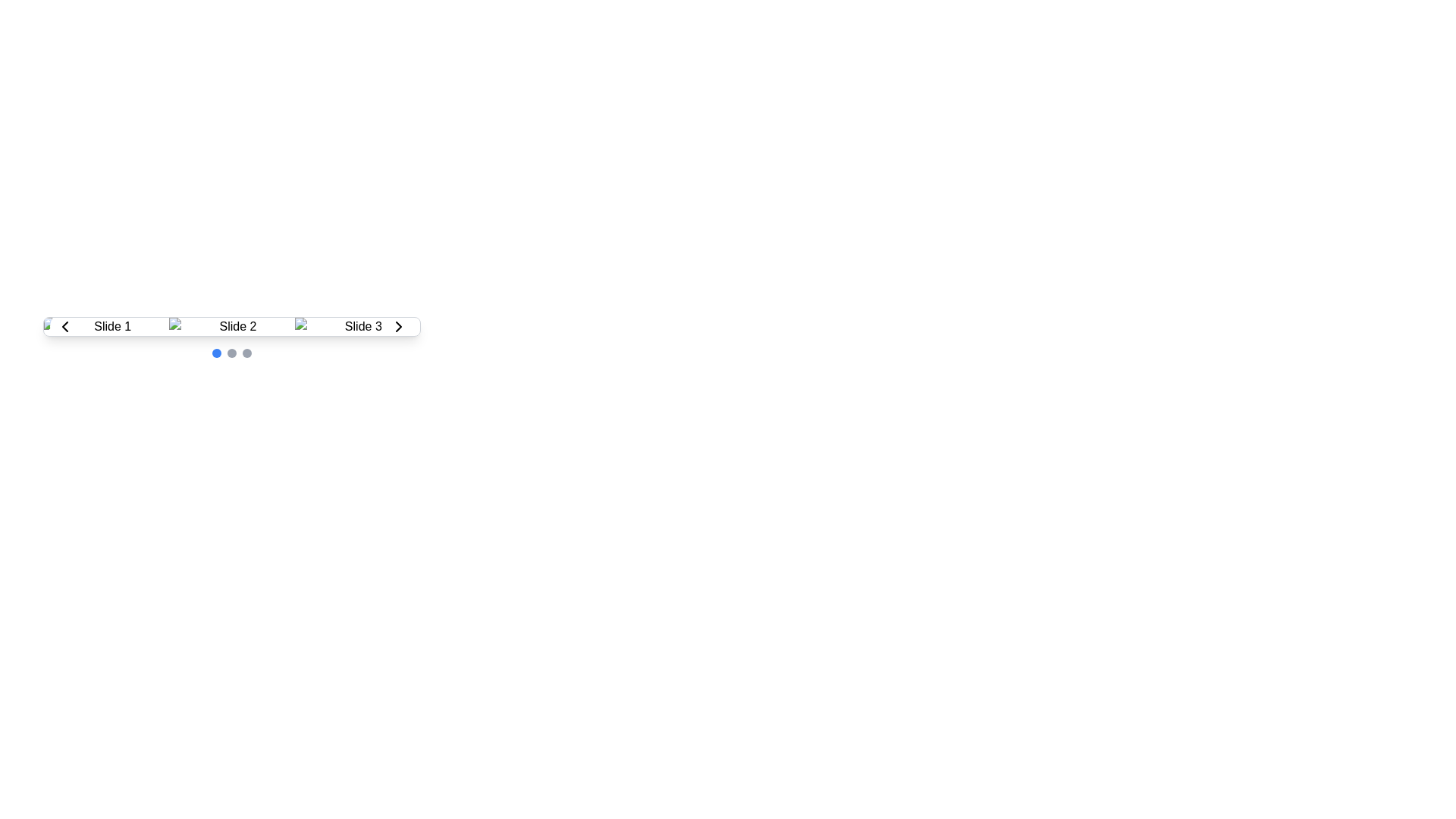  What do you see at coordinates (64, 326) in the screenshot?
I see `the navigation chevron or arrow located at the top-left corner of the carousel interface` at bounding box center [64, 326].